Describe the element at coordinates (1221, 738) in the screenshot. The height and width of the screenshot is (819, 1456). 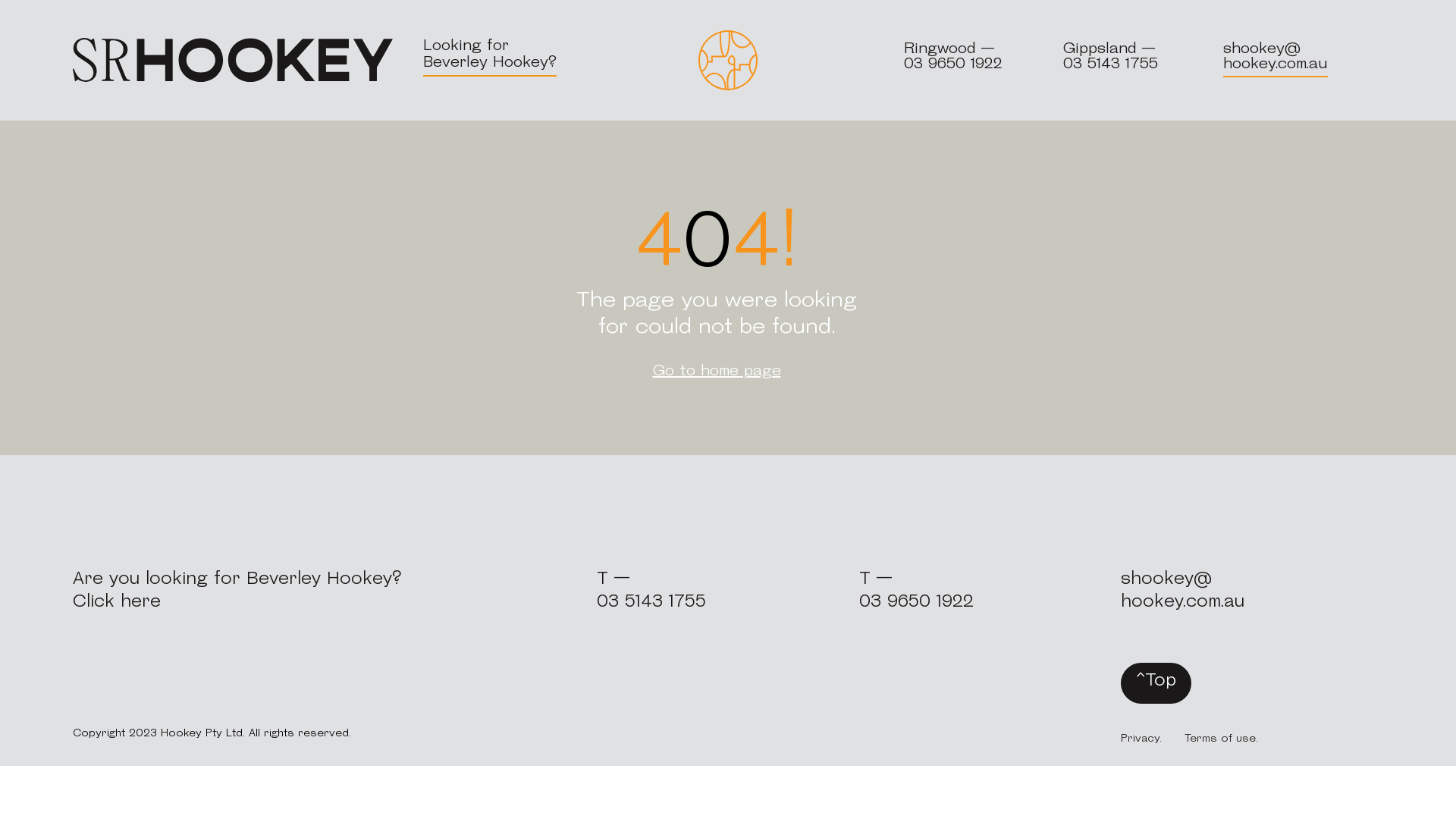
I see `'Terms of use.'` at that location.